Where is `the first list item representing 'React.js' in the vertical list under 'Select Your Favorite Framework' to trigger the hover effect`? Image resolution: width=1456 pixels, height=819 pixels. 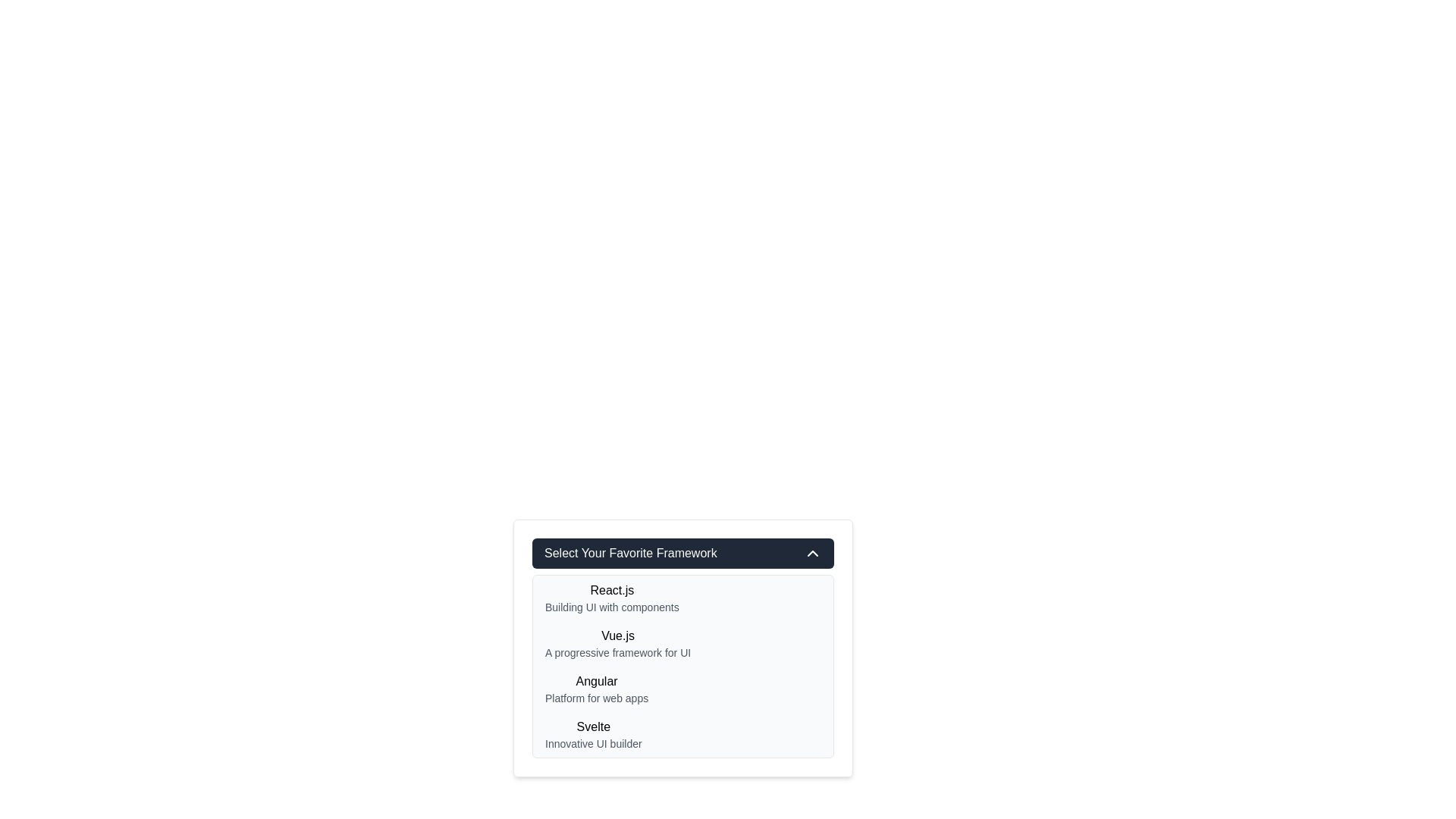
the first list item representing 'React.js' in the vertical list under 'Select Your Favorite Framework' to trigger the hover effect is located at coordinates (682, 598).